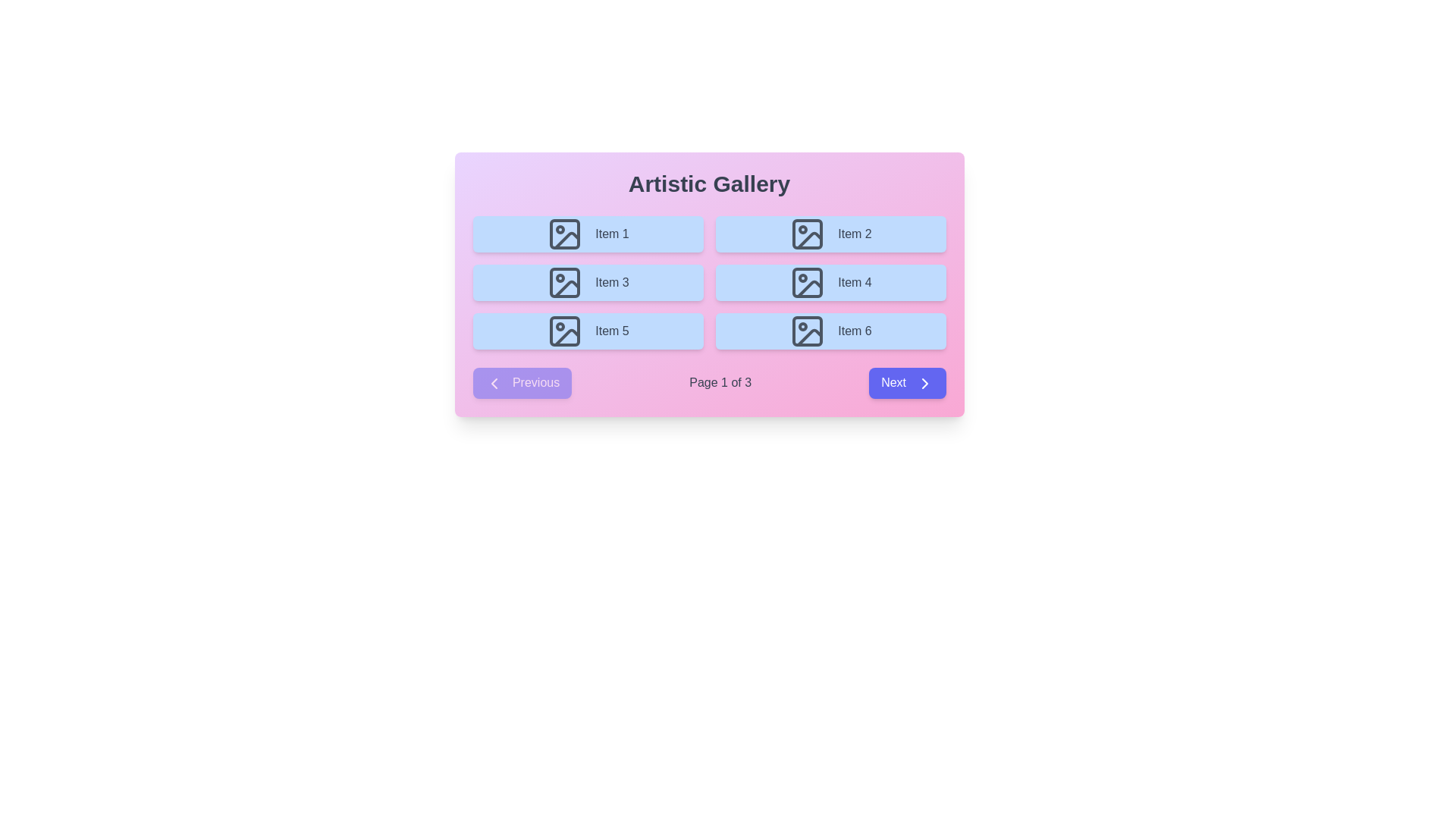 The image size is (1456, 819). I want to click on the Rectangular SVG shape with rounded corners representing 'Item 4' in the second row and second column of the 2x3 grid layout within the 'Artistic Gallery', so click(807, 283).